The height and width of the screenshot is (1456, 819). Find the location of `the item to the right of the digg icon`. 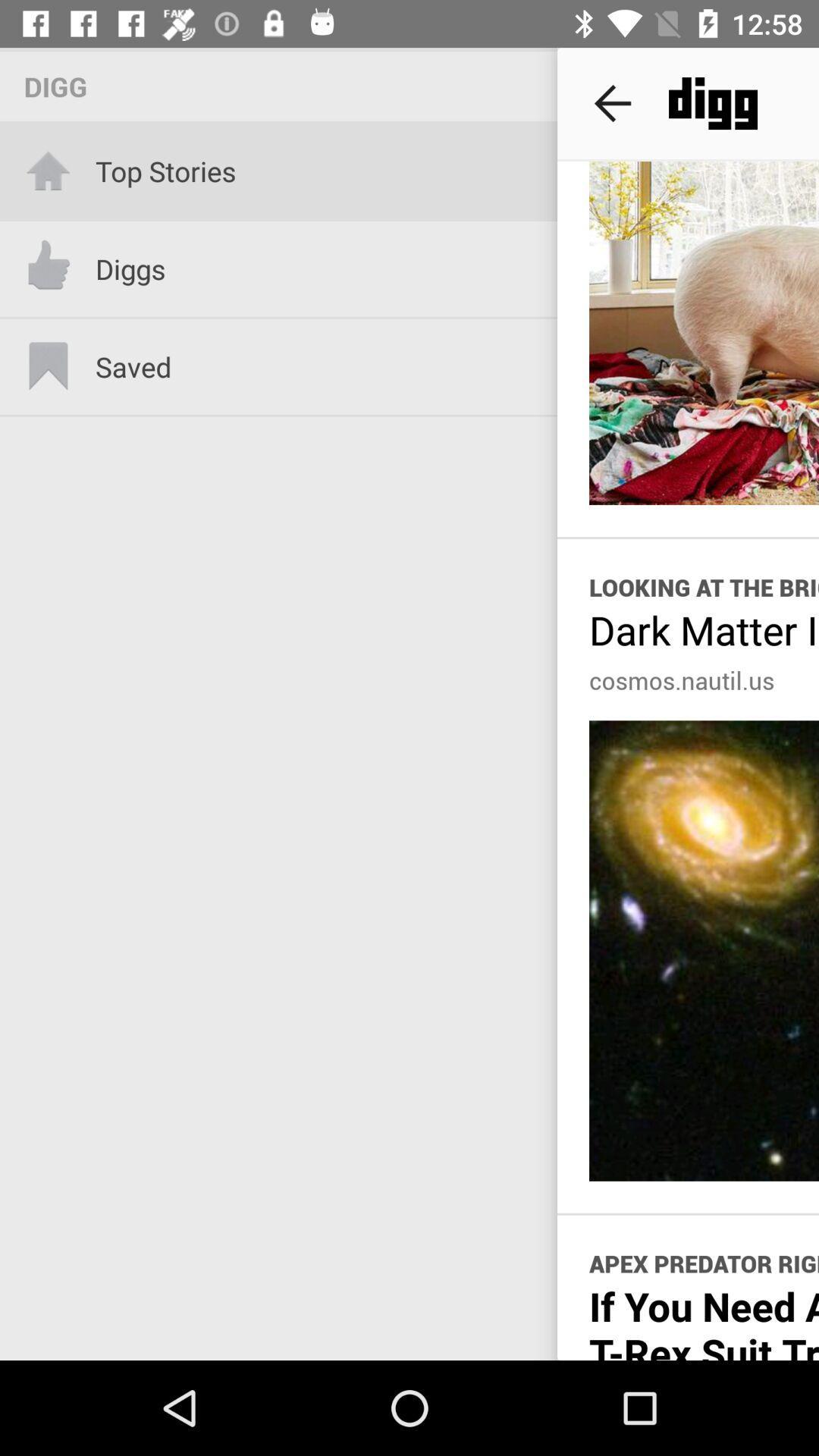

the item to the right of the digg icon is located at coordinates (612, 102).